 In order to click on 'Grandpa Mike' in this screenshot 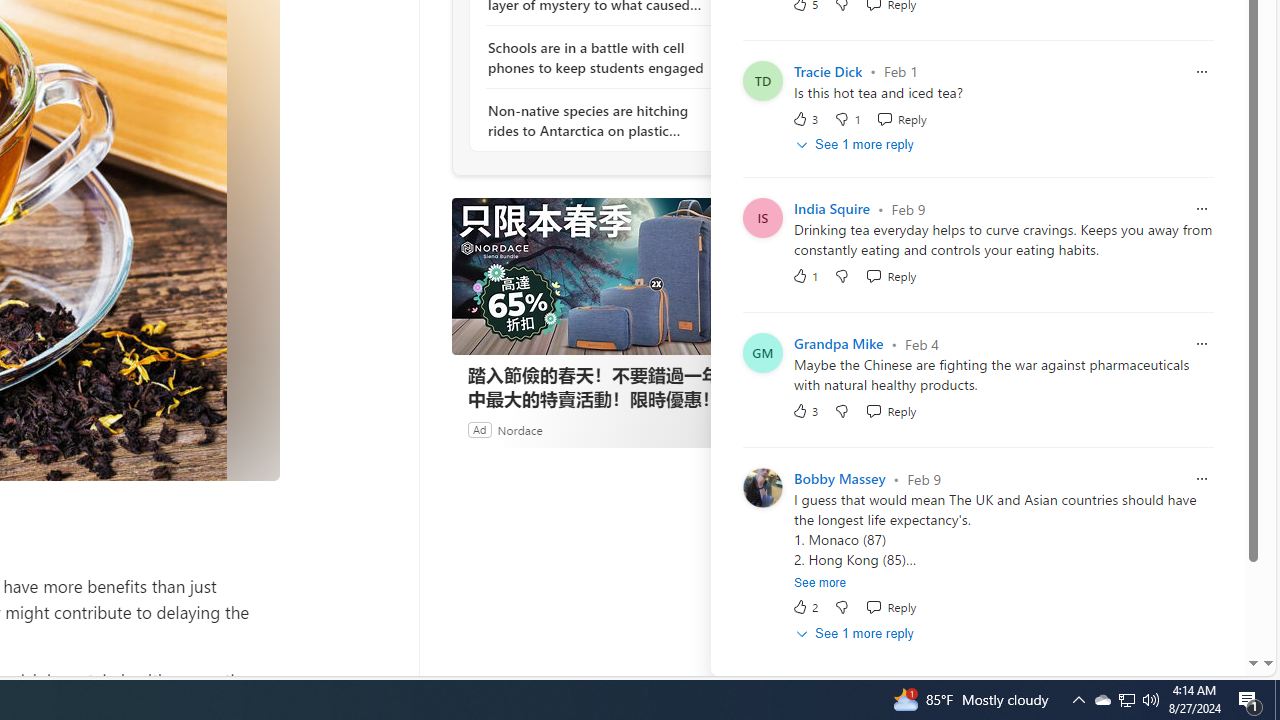, I will do `click(839, 343)`.